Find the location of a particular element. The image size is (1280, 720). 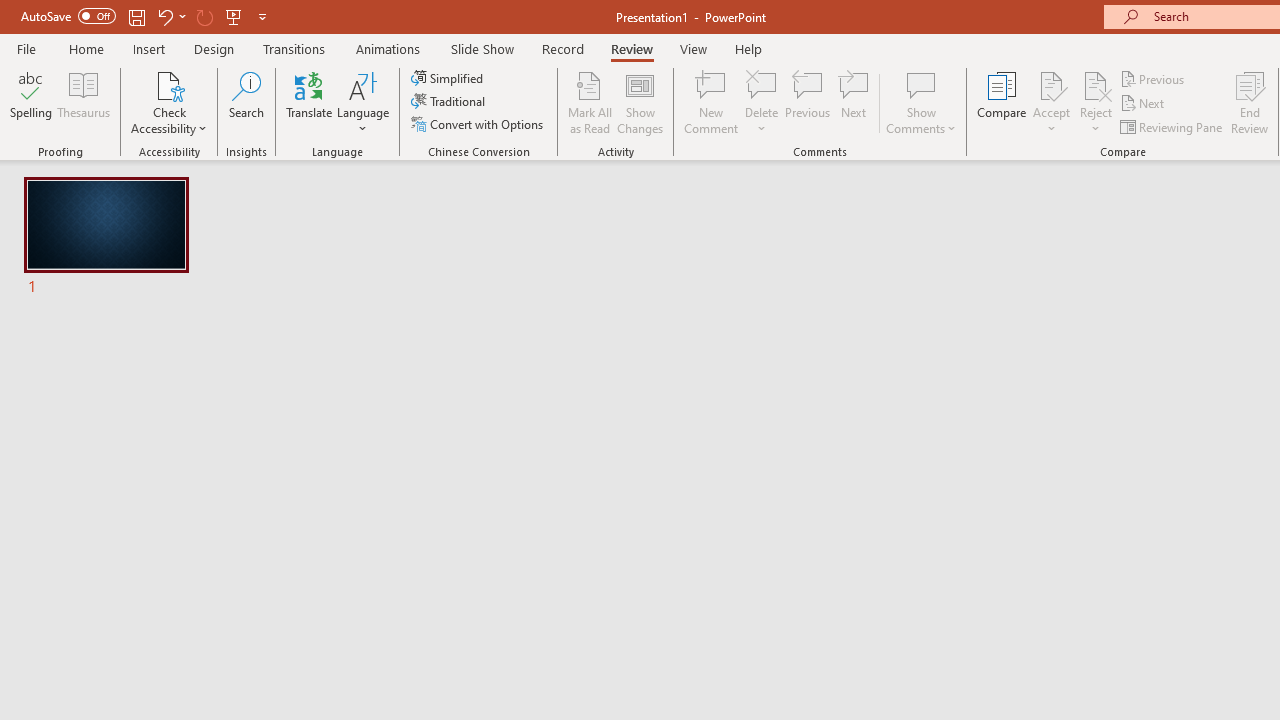

'Delete' is located at coordinates (761, 84).